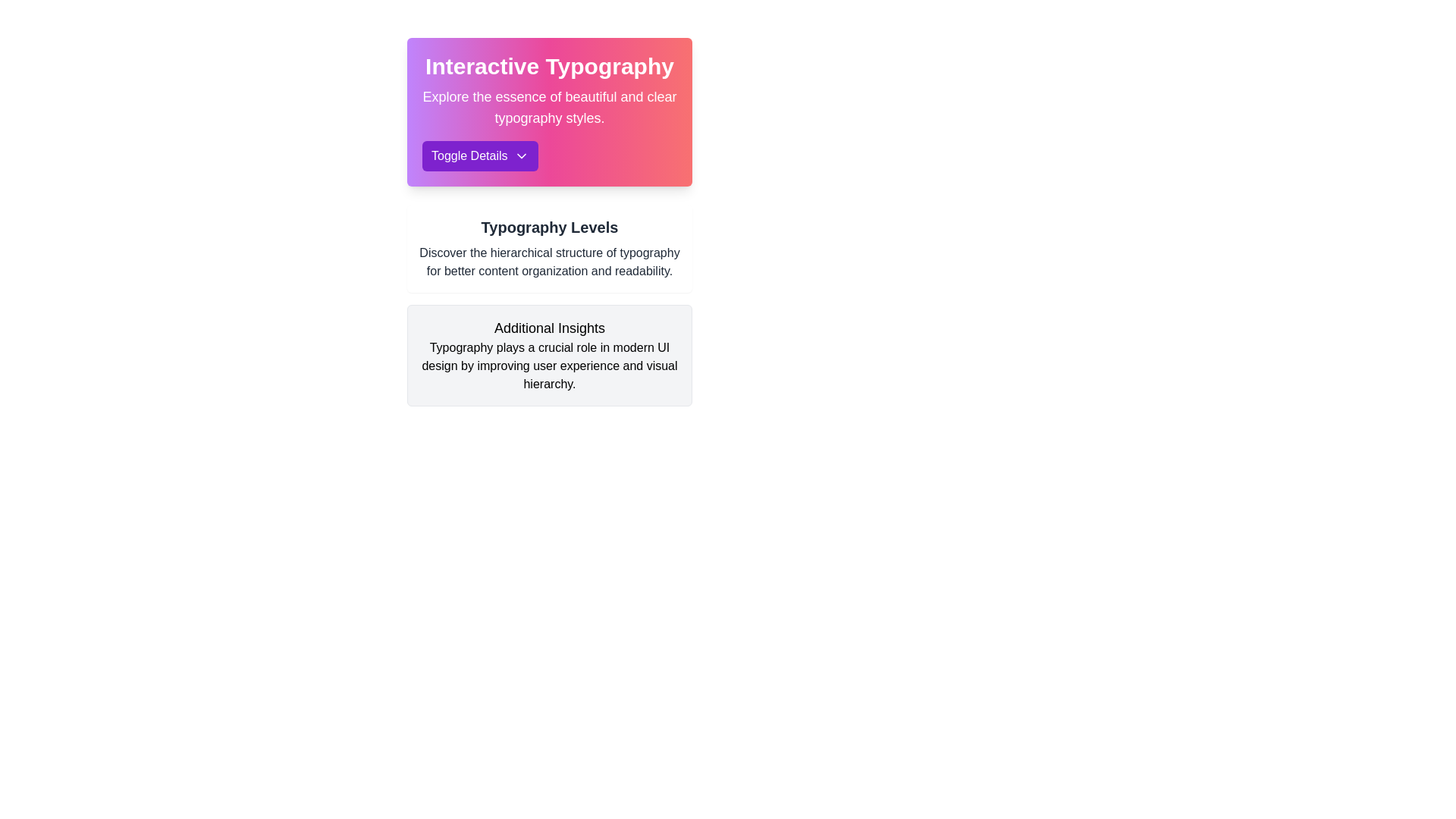  I want to click on the 'Typography Levels' heading element, which is a prominent bold text at the top of a white card, so click(548, 227).